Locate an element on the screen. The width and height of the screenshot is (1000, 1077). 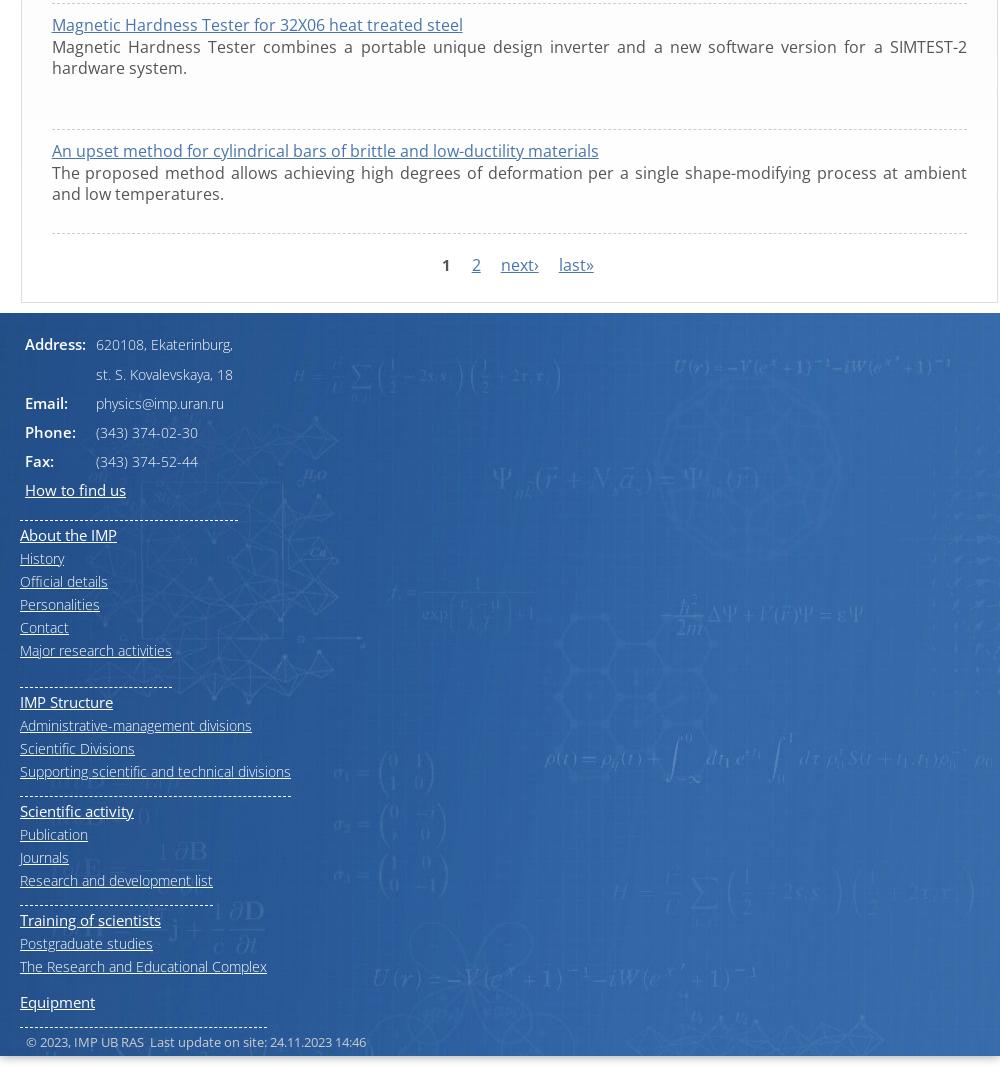
'Scientific Divisions' is located at coordinates (76, 746).